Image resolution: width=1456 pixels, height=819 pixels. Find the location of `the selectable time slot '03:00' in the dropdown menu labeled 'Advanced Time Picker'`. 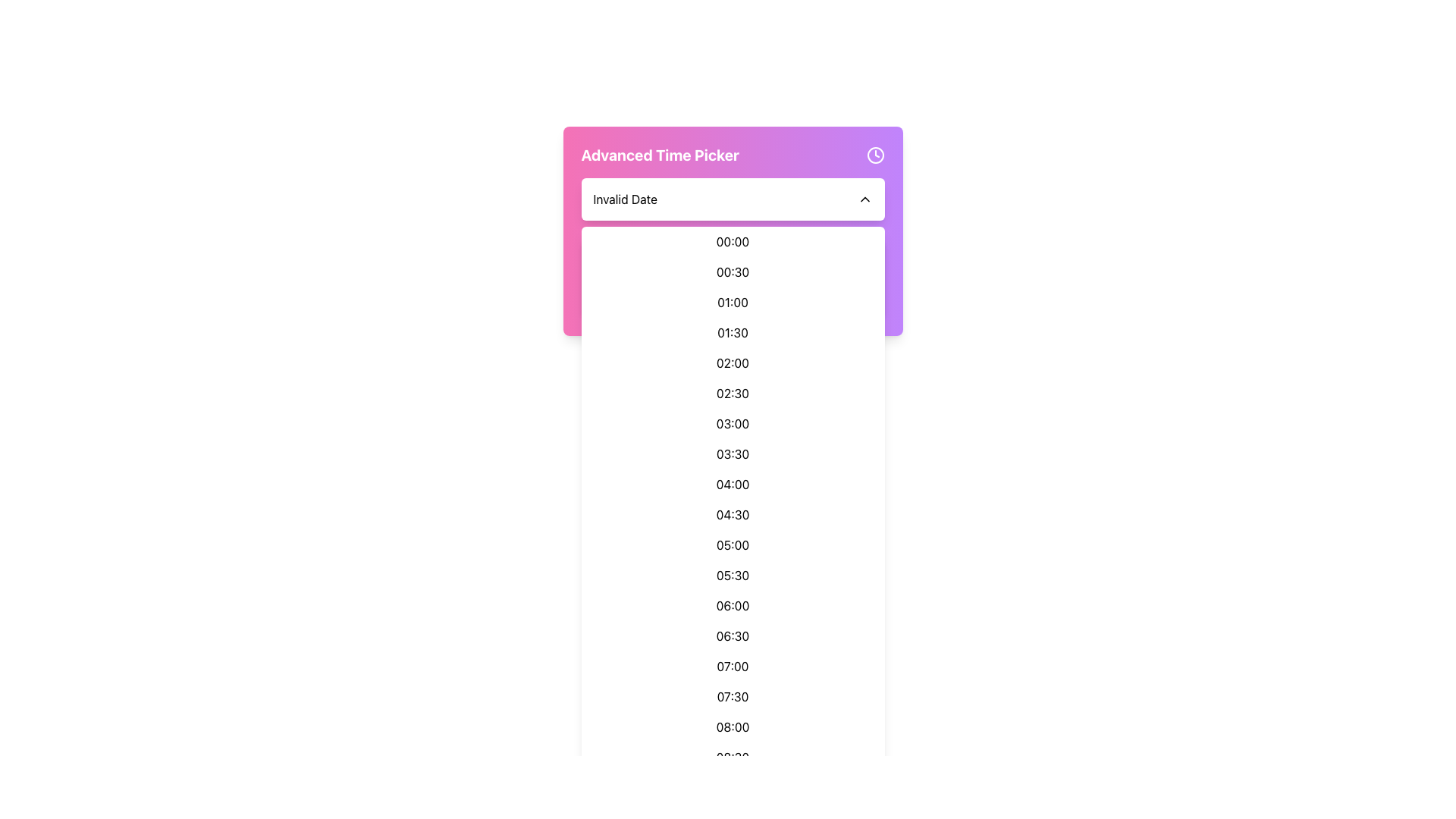

the selectable time slot '03:00' in the dropdown menu labeled 'Advanced Time Picker' is located at coordinates (733, 424).